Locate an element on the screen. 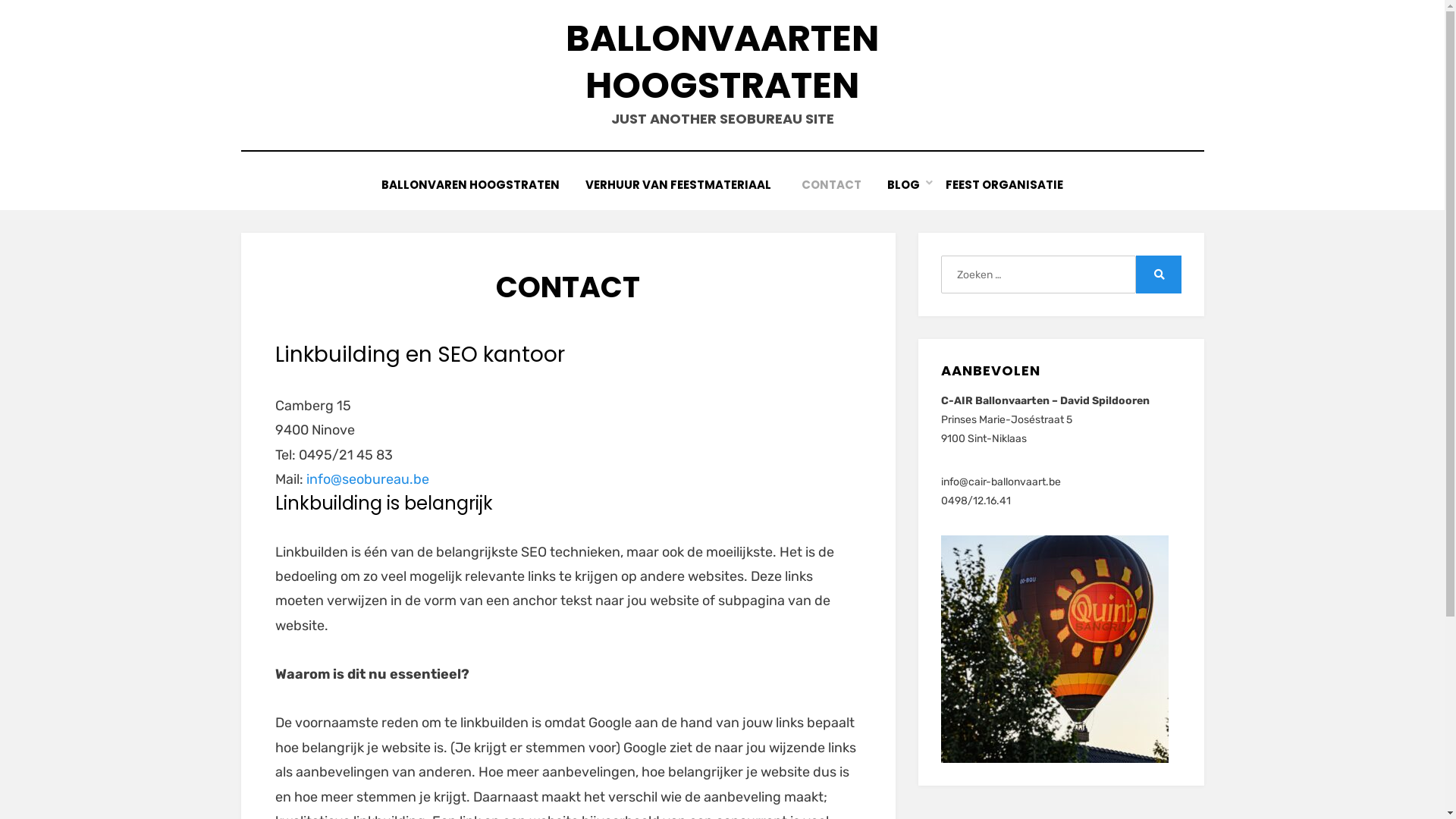 The image size is (1456, 819). 'VERHUUR VAN FEESTMATERIAAL  ' is located at coordinates (679, 184).